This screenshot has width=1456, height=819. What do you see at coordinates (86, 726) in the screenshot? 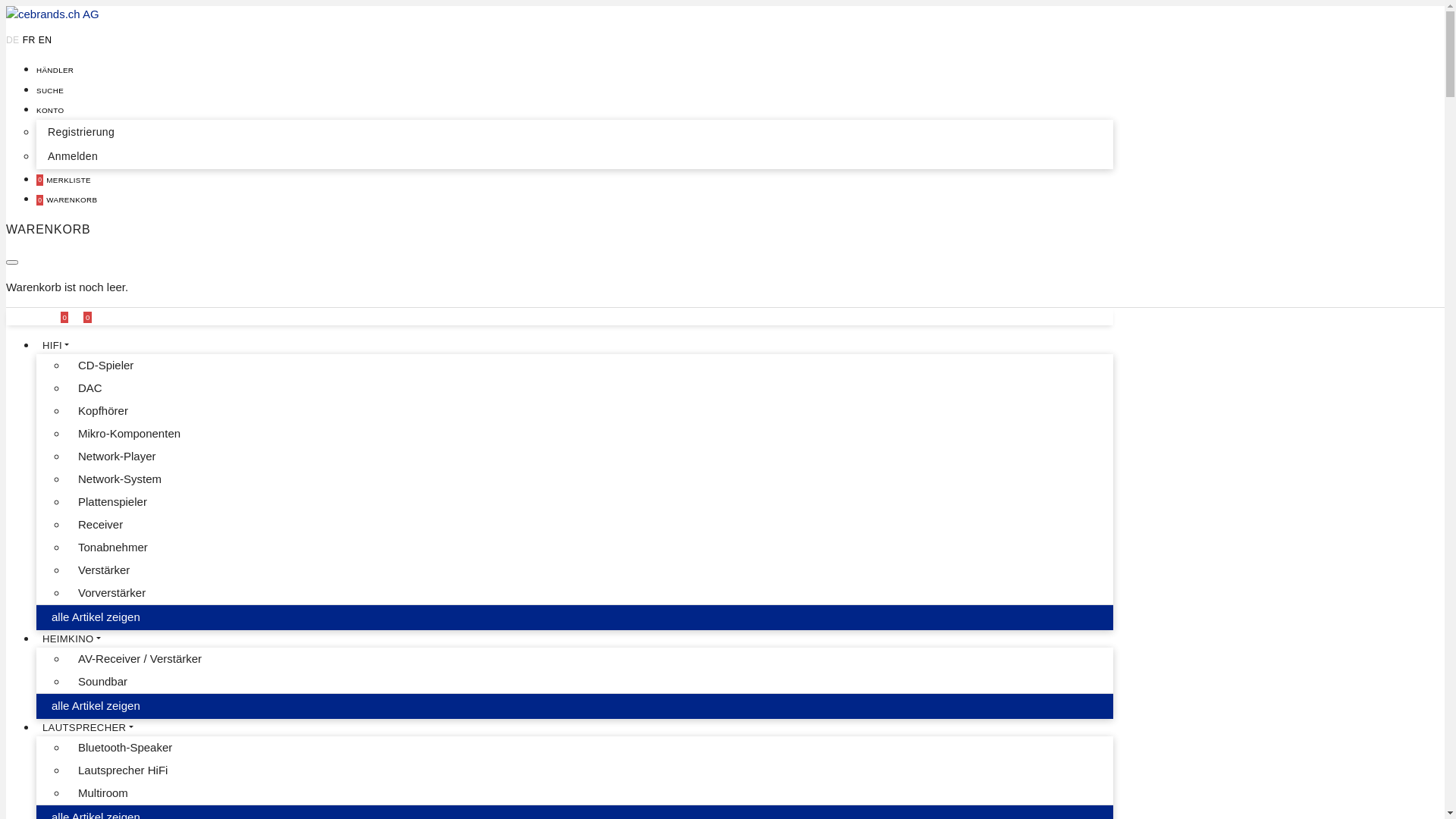
I see `'LAUTSPRECHER'` at bounding box center [86, 726].